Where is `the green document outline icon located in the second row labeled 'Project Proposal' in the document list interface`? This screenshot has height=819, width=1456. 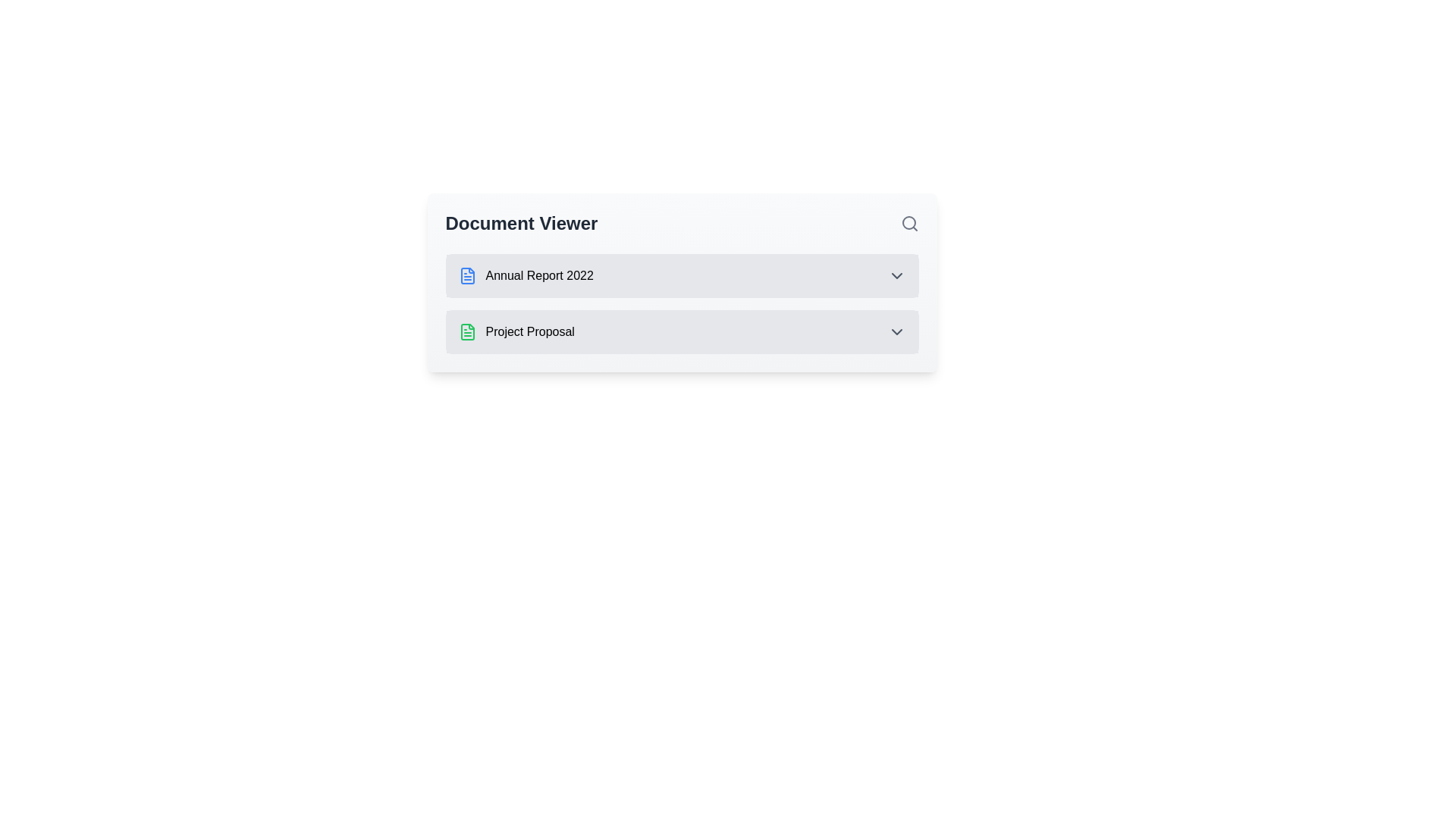
the green document outline icon located in the second row labeled 'Project Proposal' in the document list interface is located at coordinates (466, 331).